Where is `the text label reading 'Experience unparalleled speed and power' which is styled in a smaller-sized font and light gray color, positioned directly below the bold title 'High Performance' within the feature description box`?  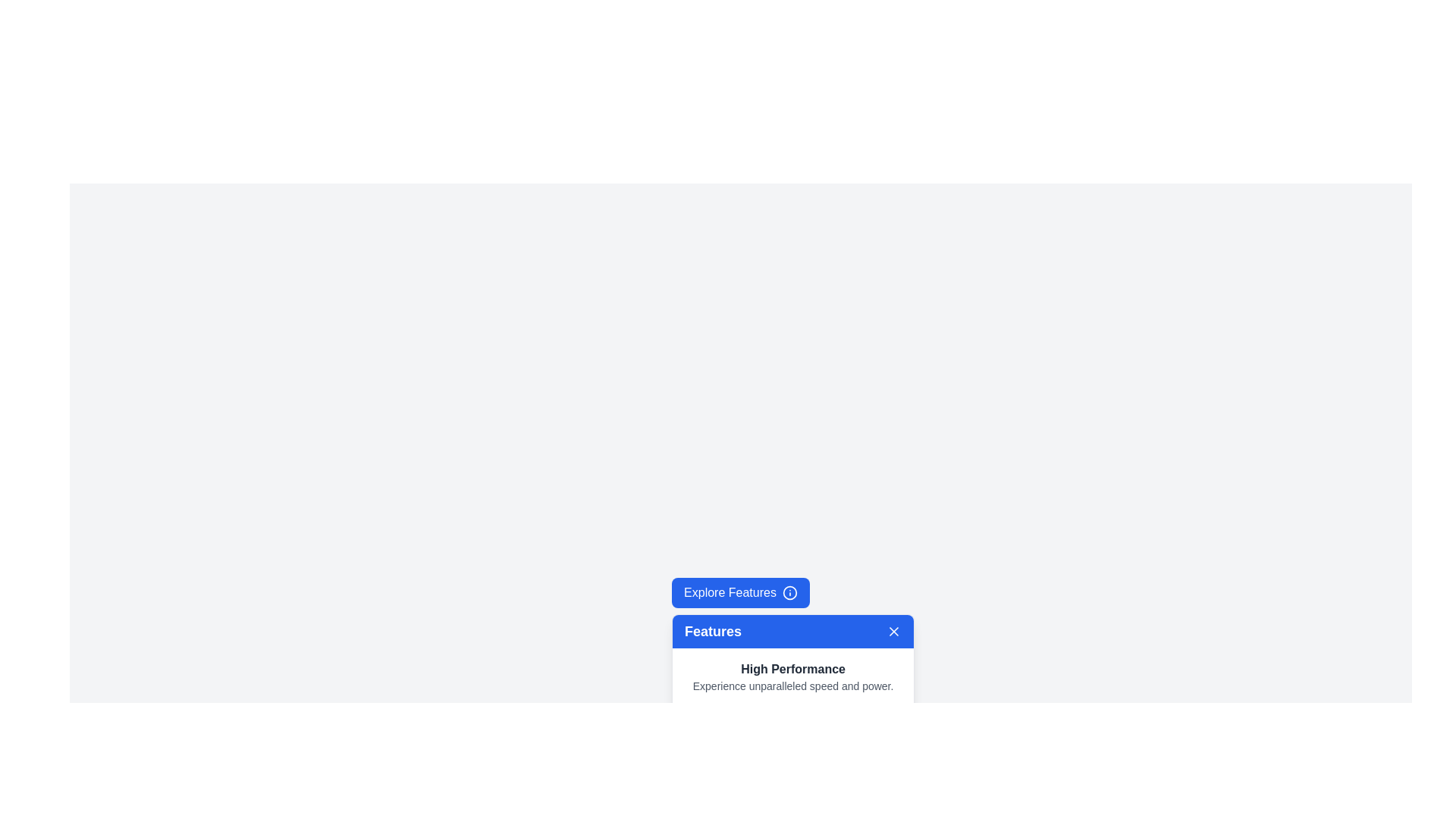 the text label reading 'Experience unparalleled speed and power' which is styled in a smaller-sized font and light gray color, positioned directly below the bold title 'High Performance' within the feature description box is located at coordinates (792, 686).